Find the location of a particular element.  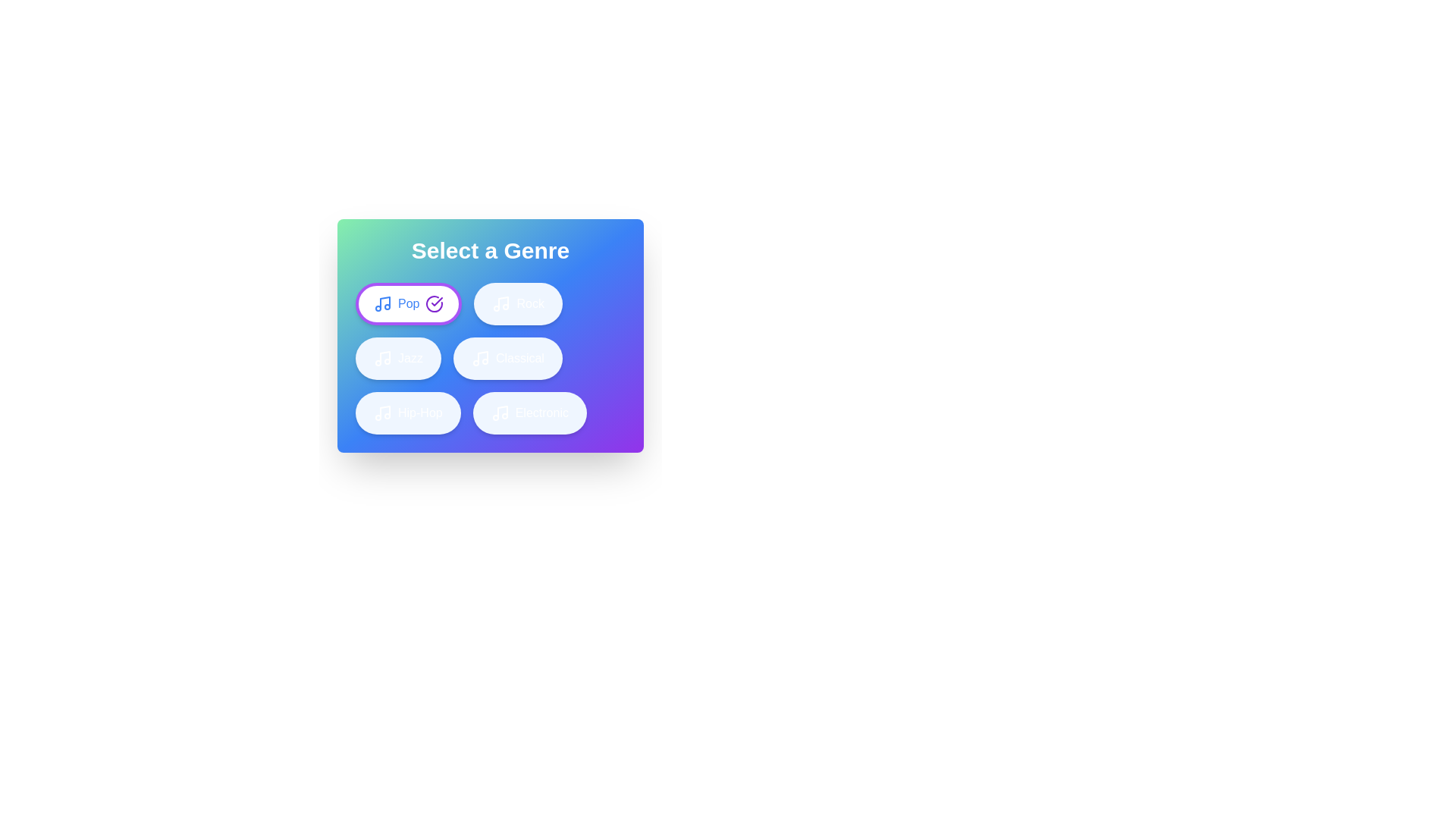

the visual indication icon that signifies the 'Pop' genre selection, located to the right of the musical note icon is located at coordinates (434, 304).